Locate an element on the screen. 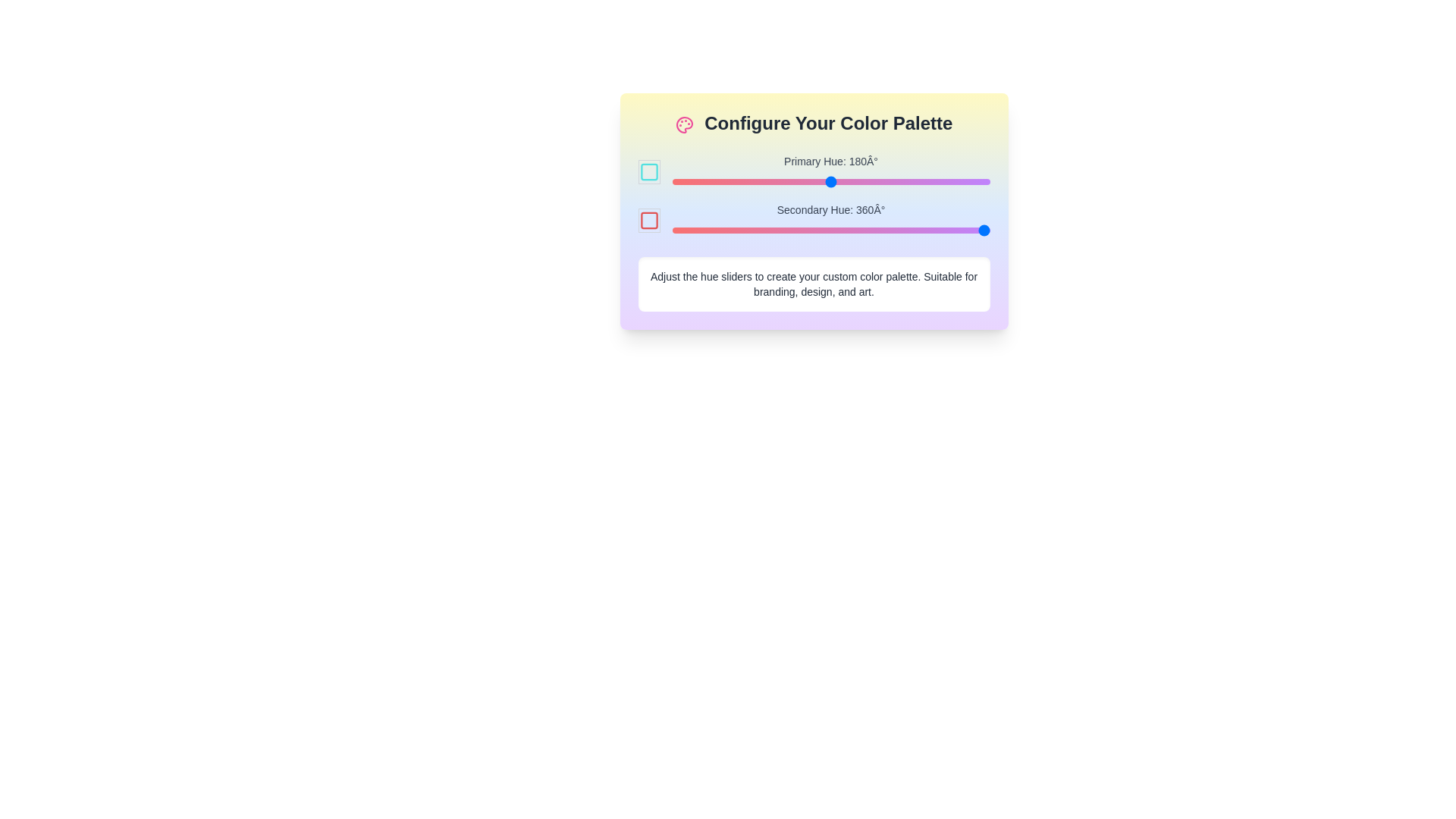 Image resolution: width=1456 pixels, height=819 pixels. the color square to highlight it and view its current hue is located at coordinates (648, 171).